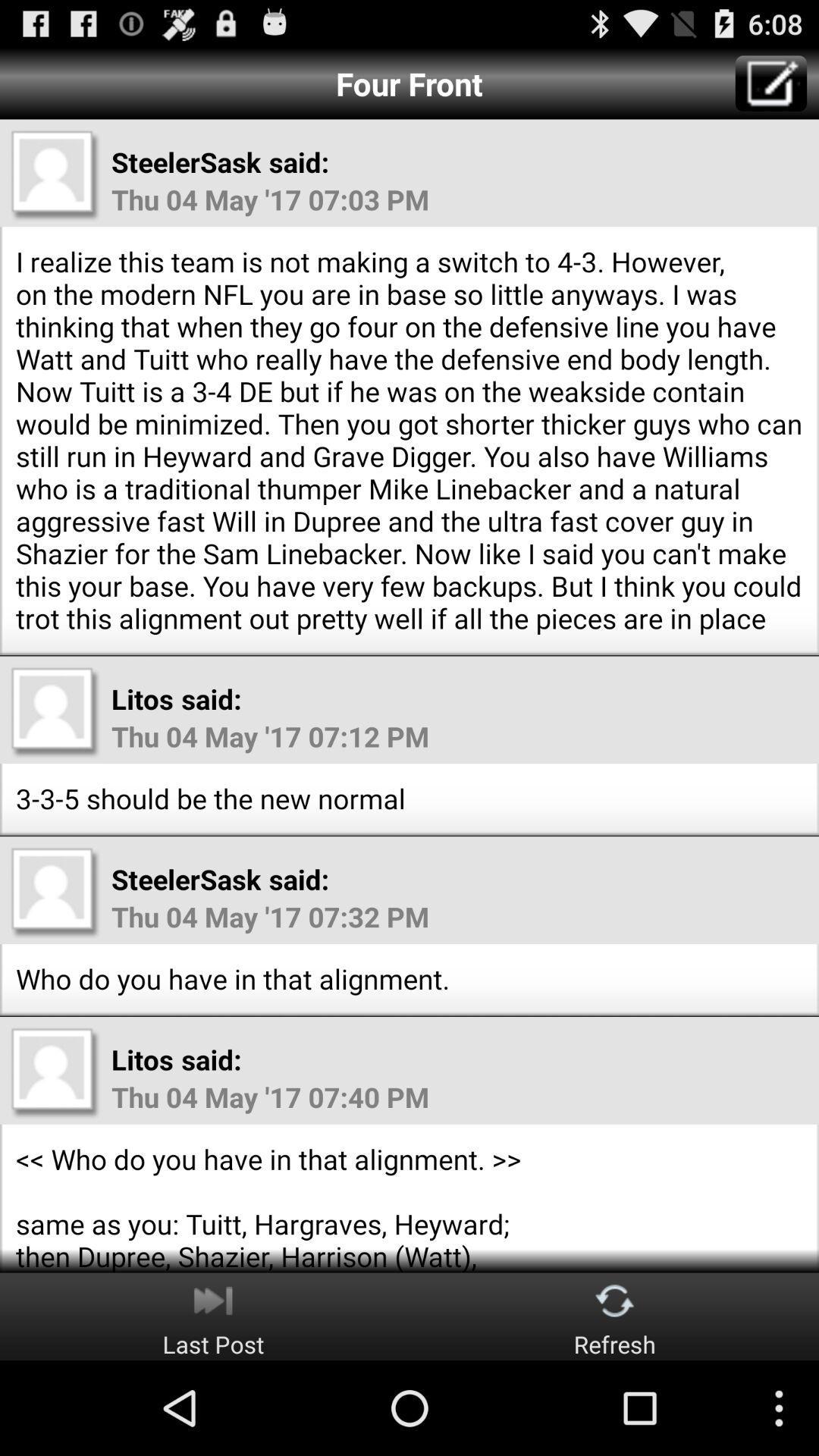 This screenshot has height=1456, width=819. Describe the element at coordinates (55, 1072) in the screenshot. I see `search profile` at that location.